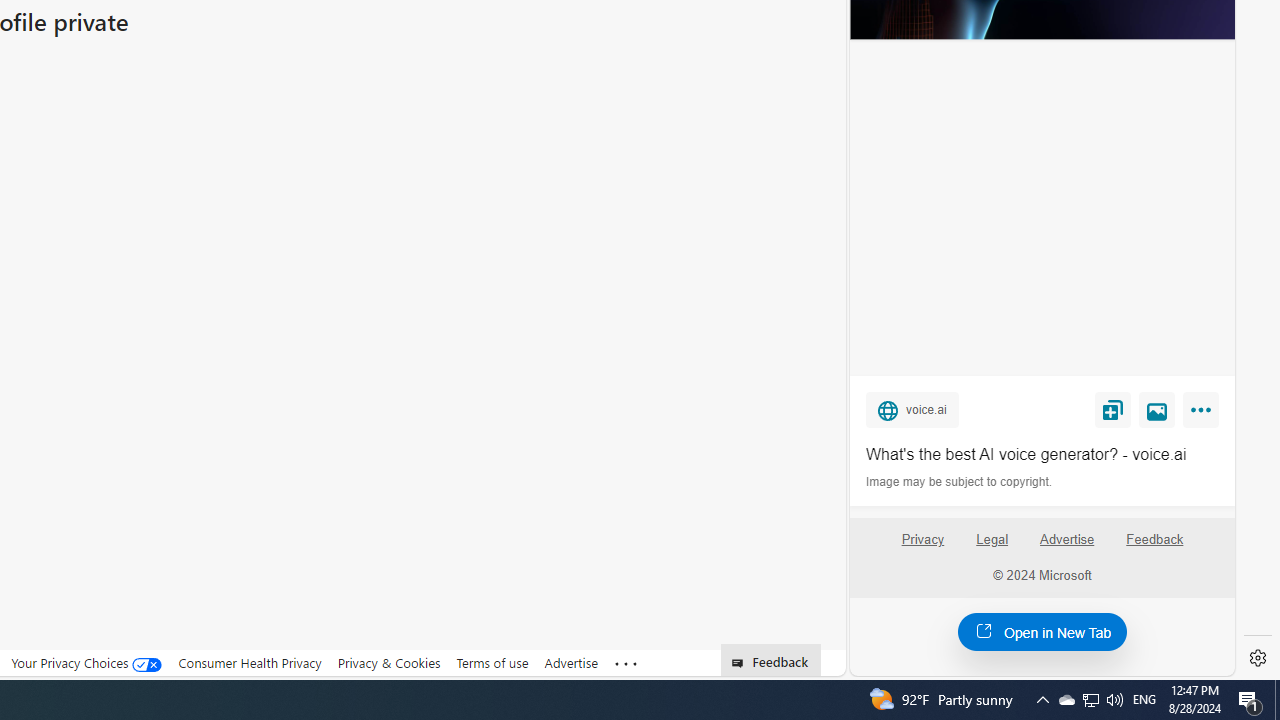 The height and width of the screenshot is (720, 1280). I want to click on 'Terms of use', so click(492, 663).